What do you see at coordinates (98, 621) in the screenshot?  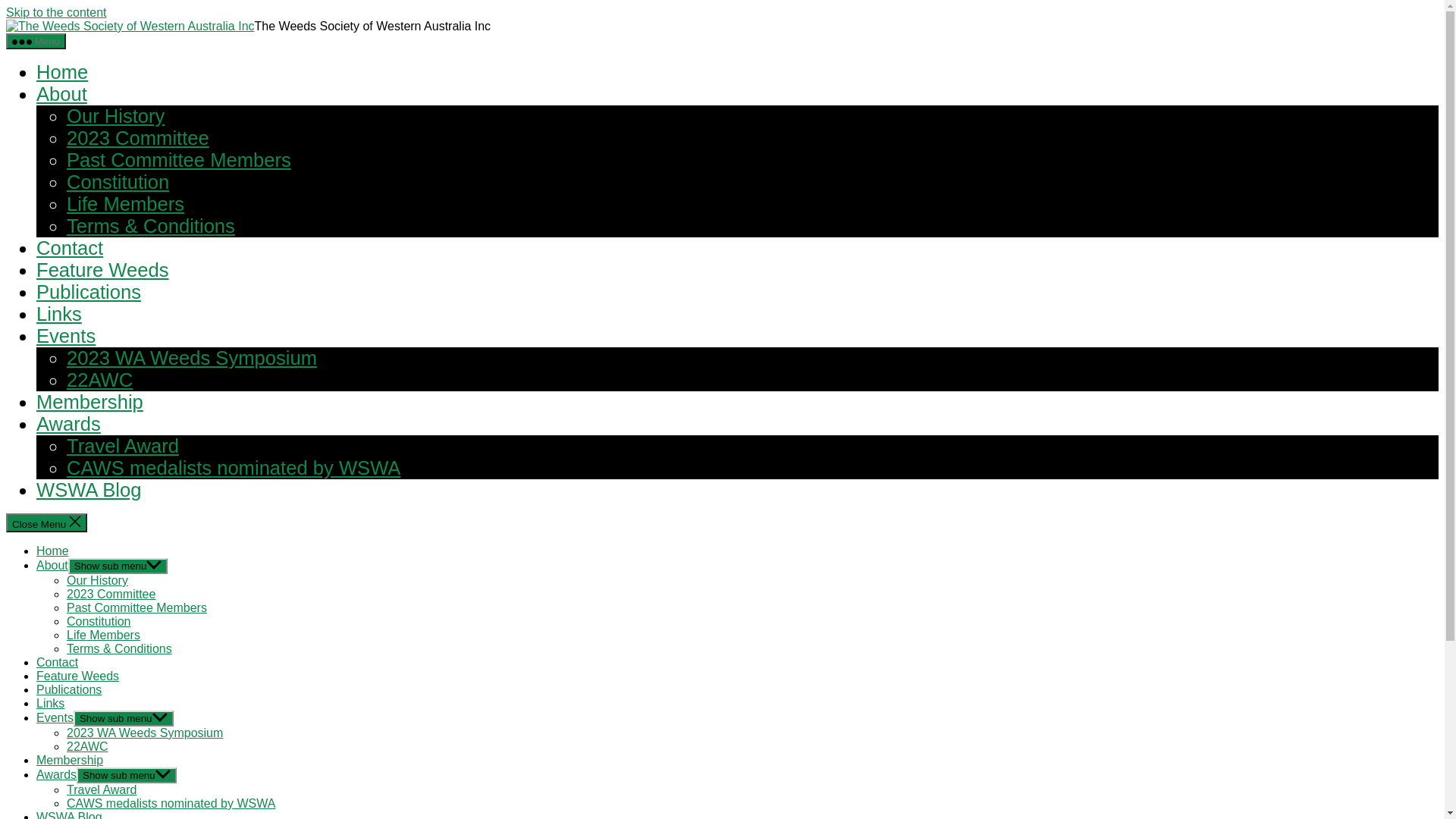 I see `'Constitution'` at bounding box center [98, 621].